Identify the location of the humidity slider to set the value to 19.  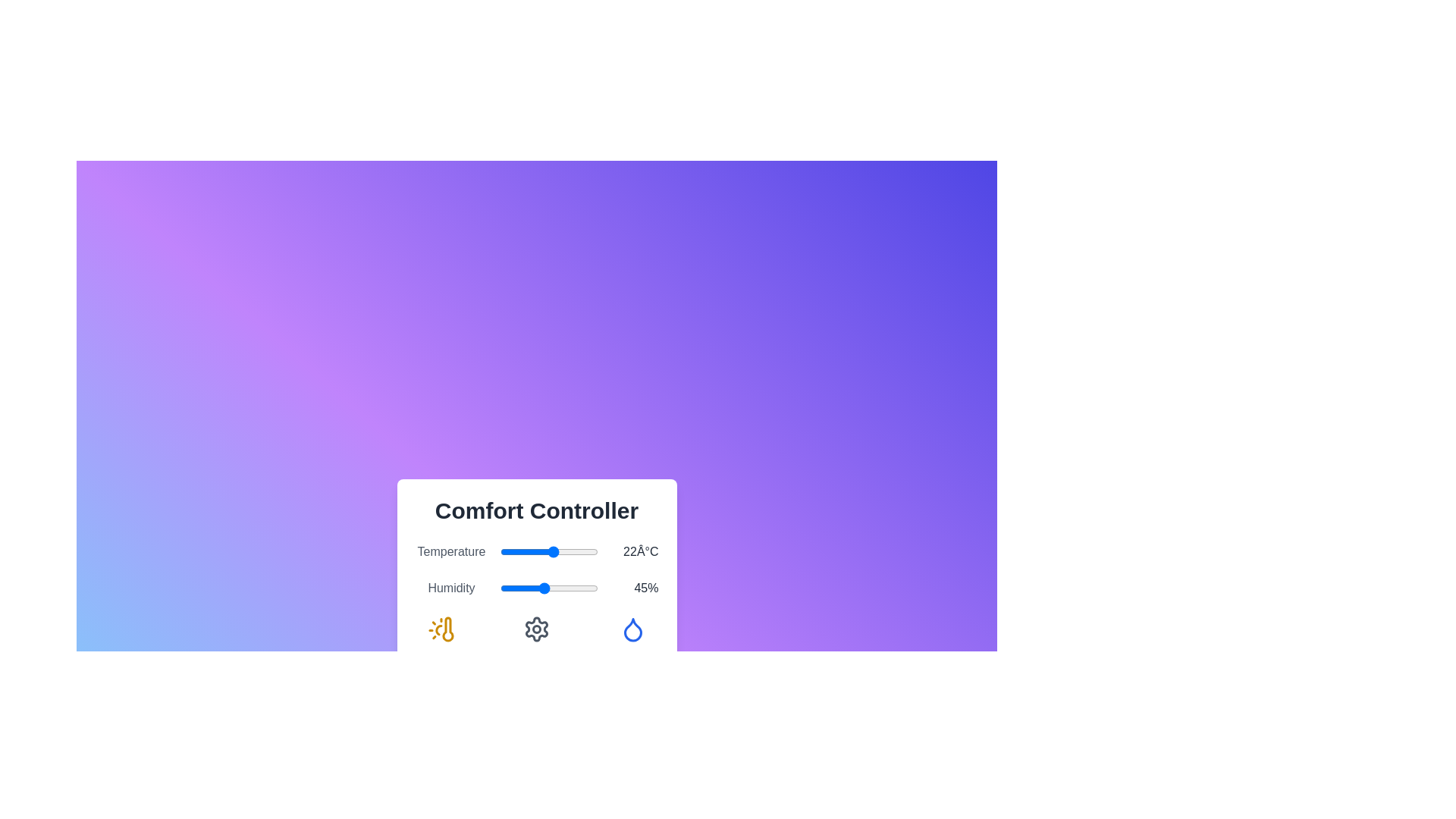
(519, 587).